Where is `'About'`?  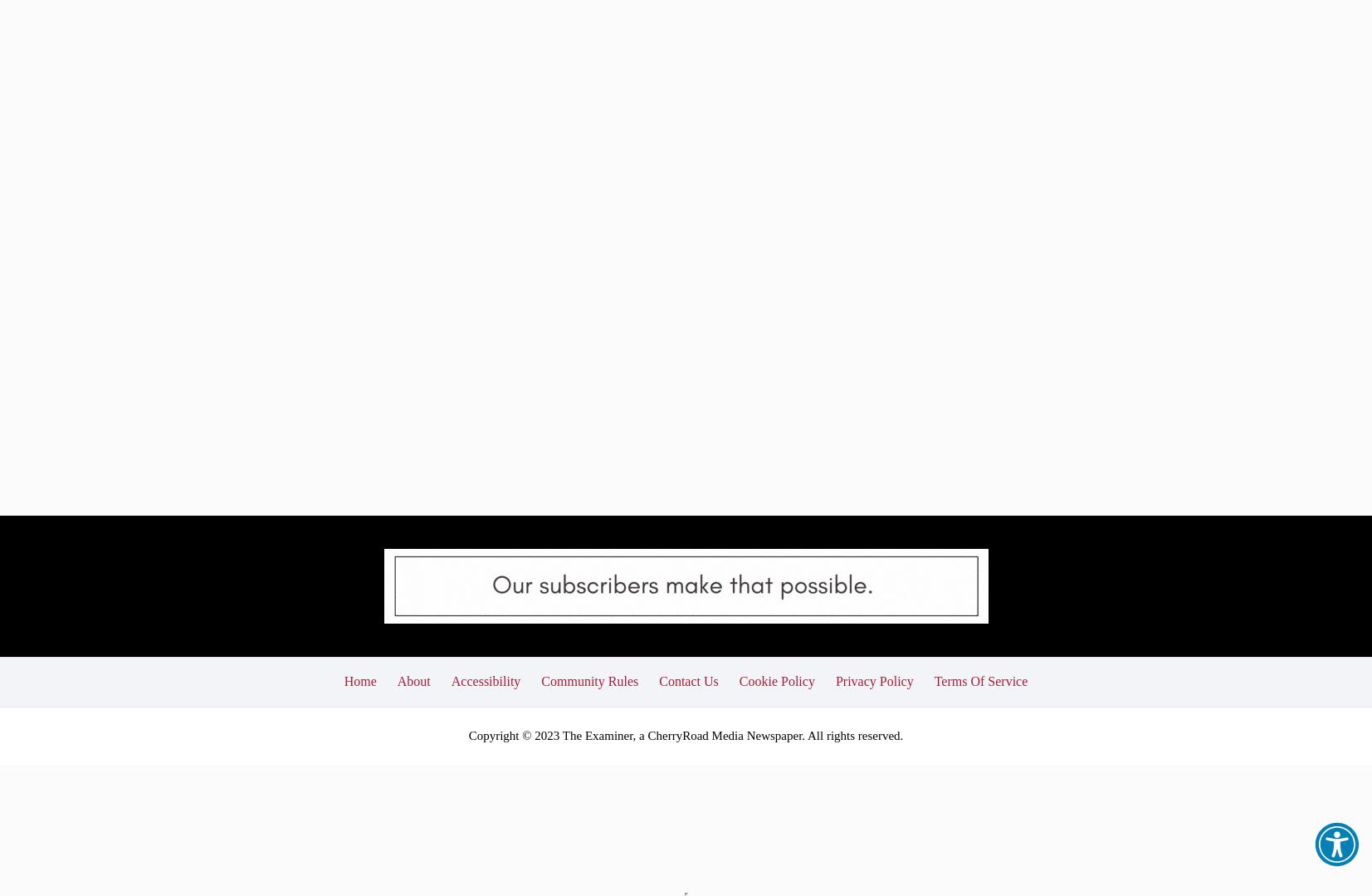 'About' is located at coordinates (396, 565).